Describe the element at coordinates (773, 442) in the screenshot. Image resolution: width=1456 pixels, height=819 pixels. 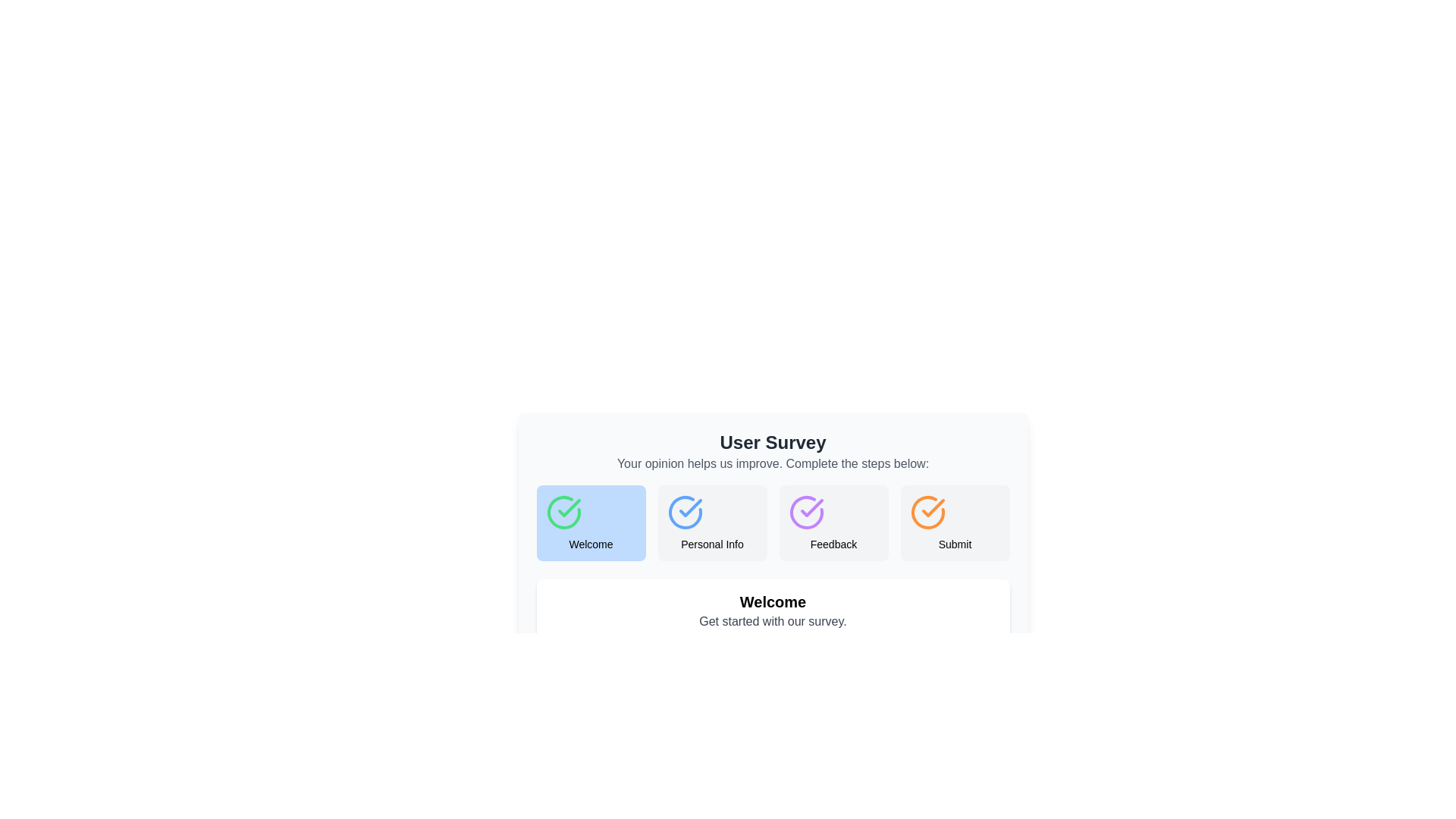
I see `content displayed in the bold and large heading 'User Survey', which is prominently styled and located at the top of its section` at that location.